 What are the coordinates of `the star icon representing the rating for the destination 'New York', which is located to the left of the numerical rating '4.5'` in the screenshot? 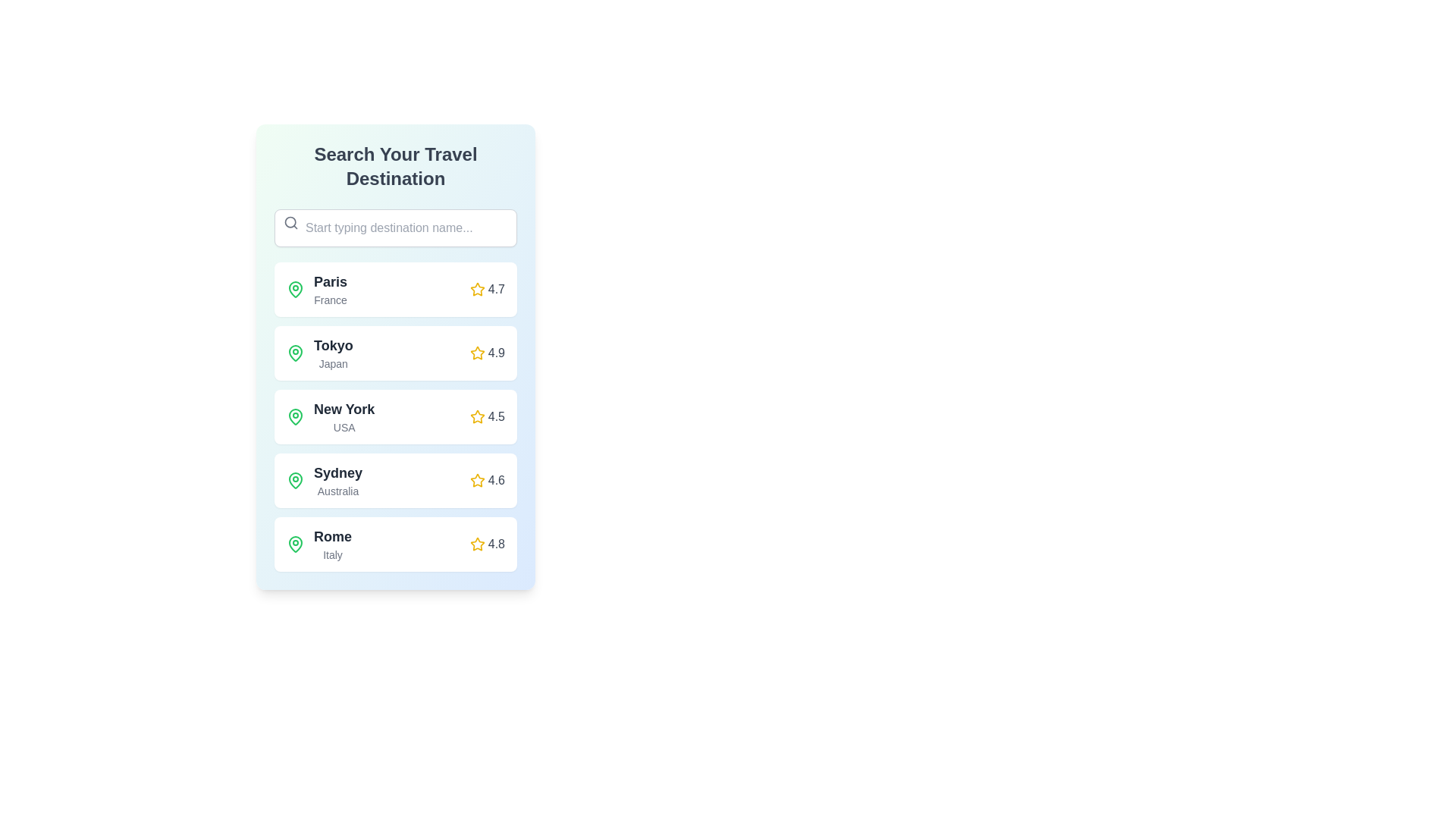 It's located at (476, 417).